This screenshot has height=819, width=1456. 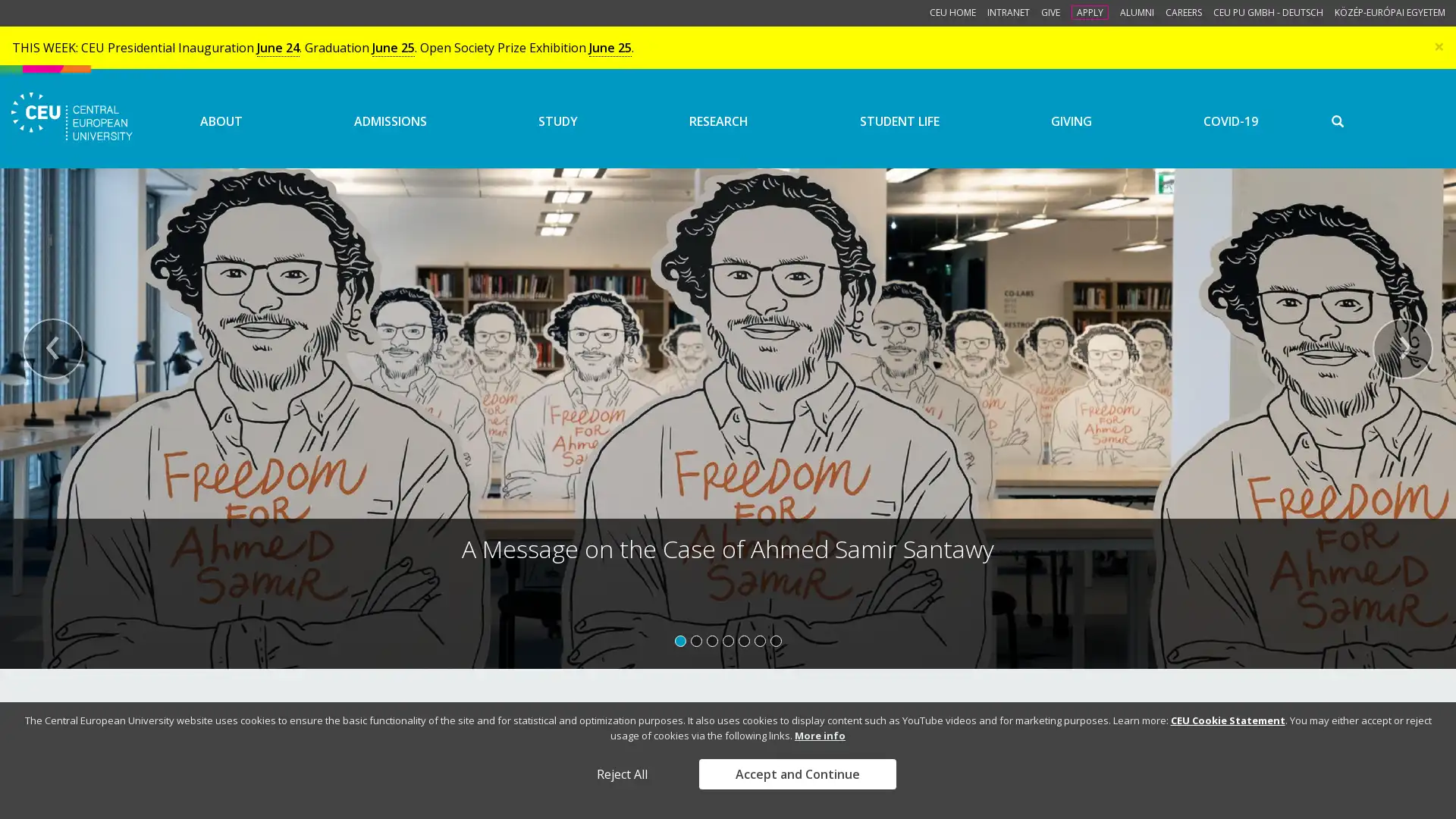 I want to click on Search, so click(x=1379, y=133).